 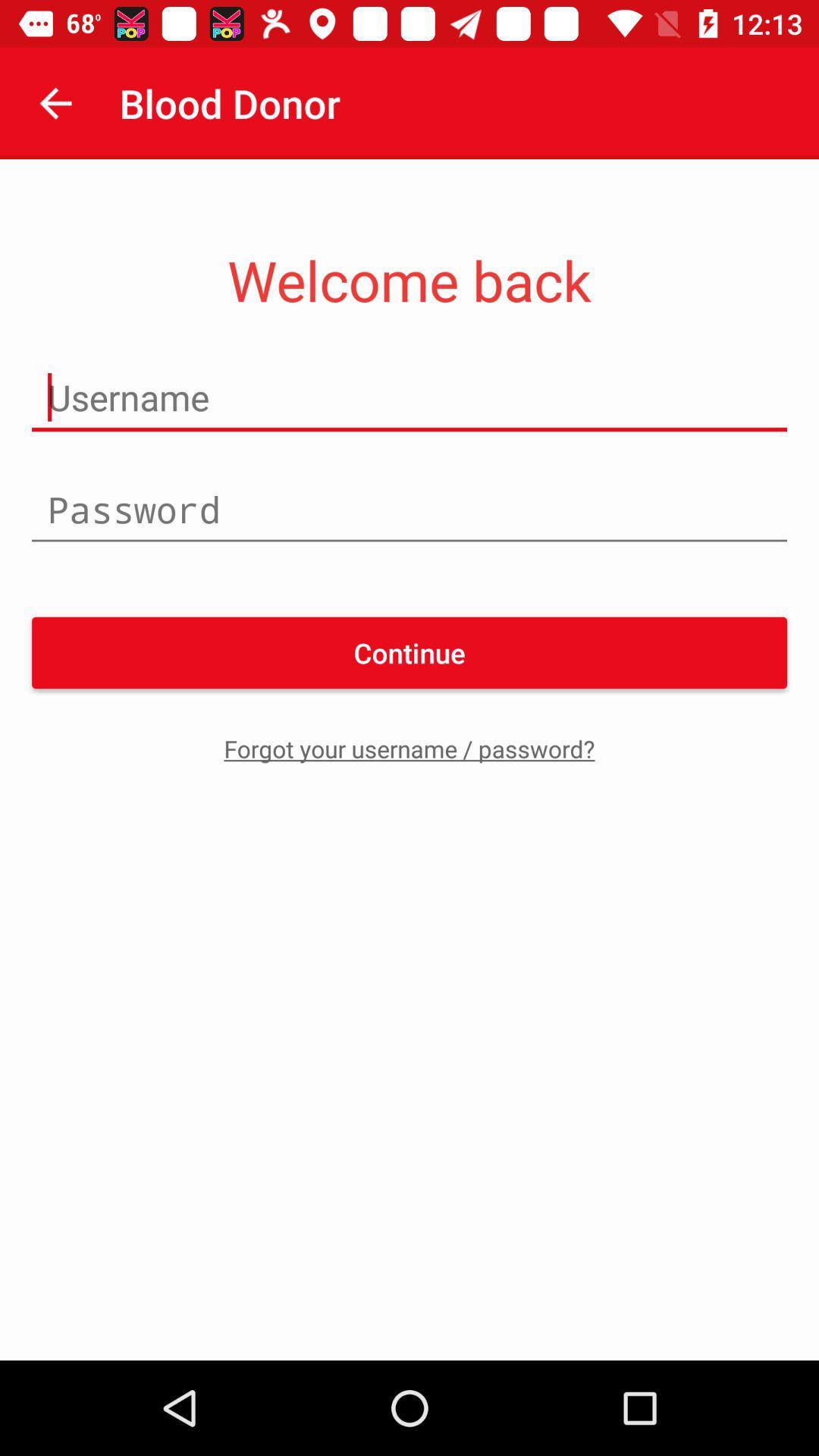 I want to click on the item above welcome back icon, so click(x=55, y=102).